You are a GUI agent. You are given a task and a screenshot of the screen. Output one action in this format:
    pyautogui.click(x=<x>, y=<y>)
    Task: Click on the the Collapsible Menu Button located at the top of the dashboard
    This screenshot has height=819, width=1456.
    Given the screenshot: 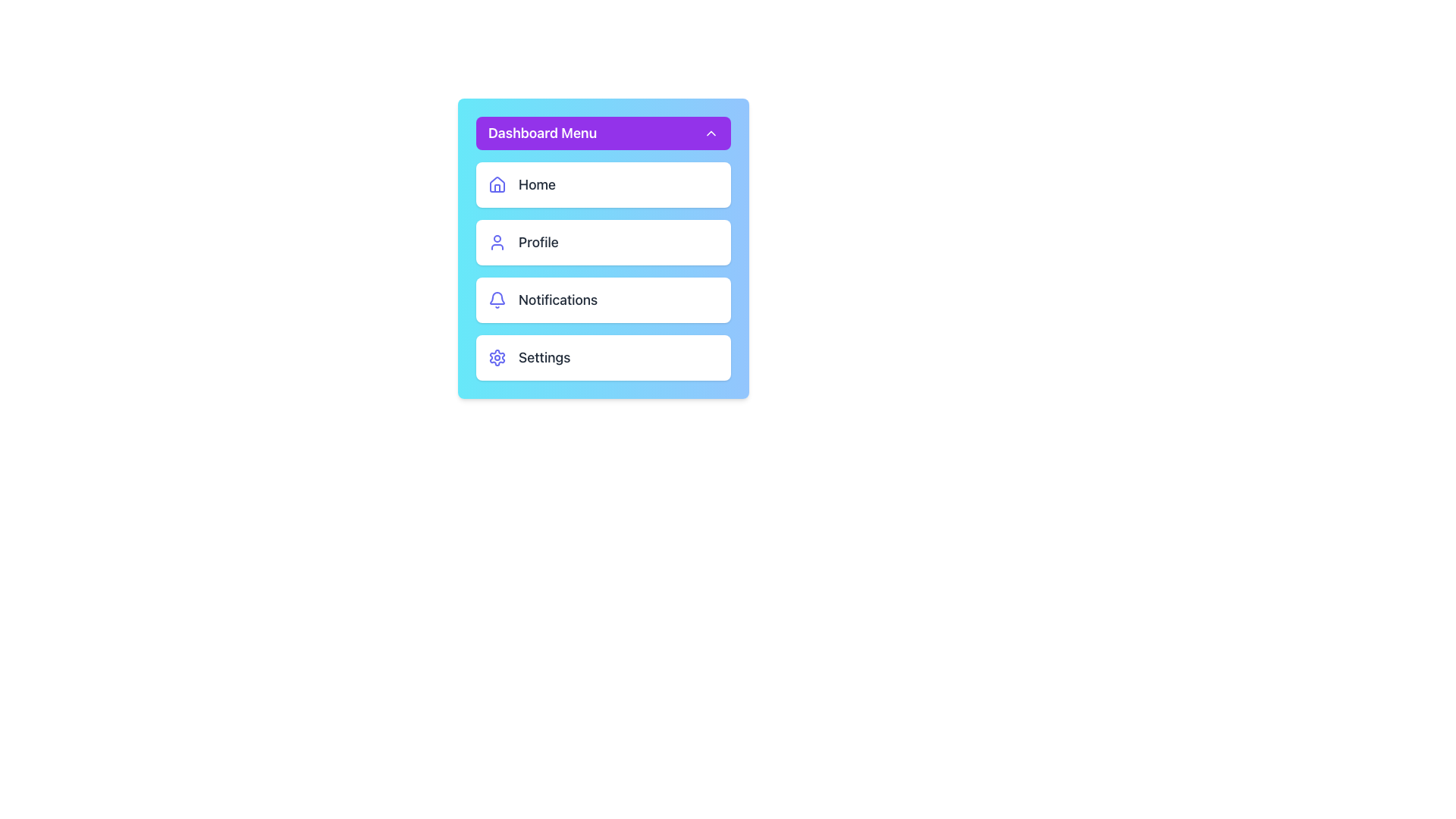 What is the action you would take?
    pyautogui.click(x=603, y=133)
    